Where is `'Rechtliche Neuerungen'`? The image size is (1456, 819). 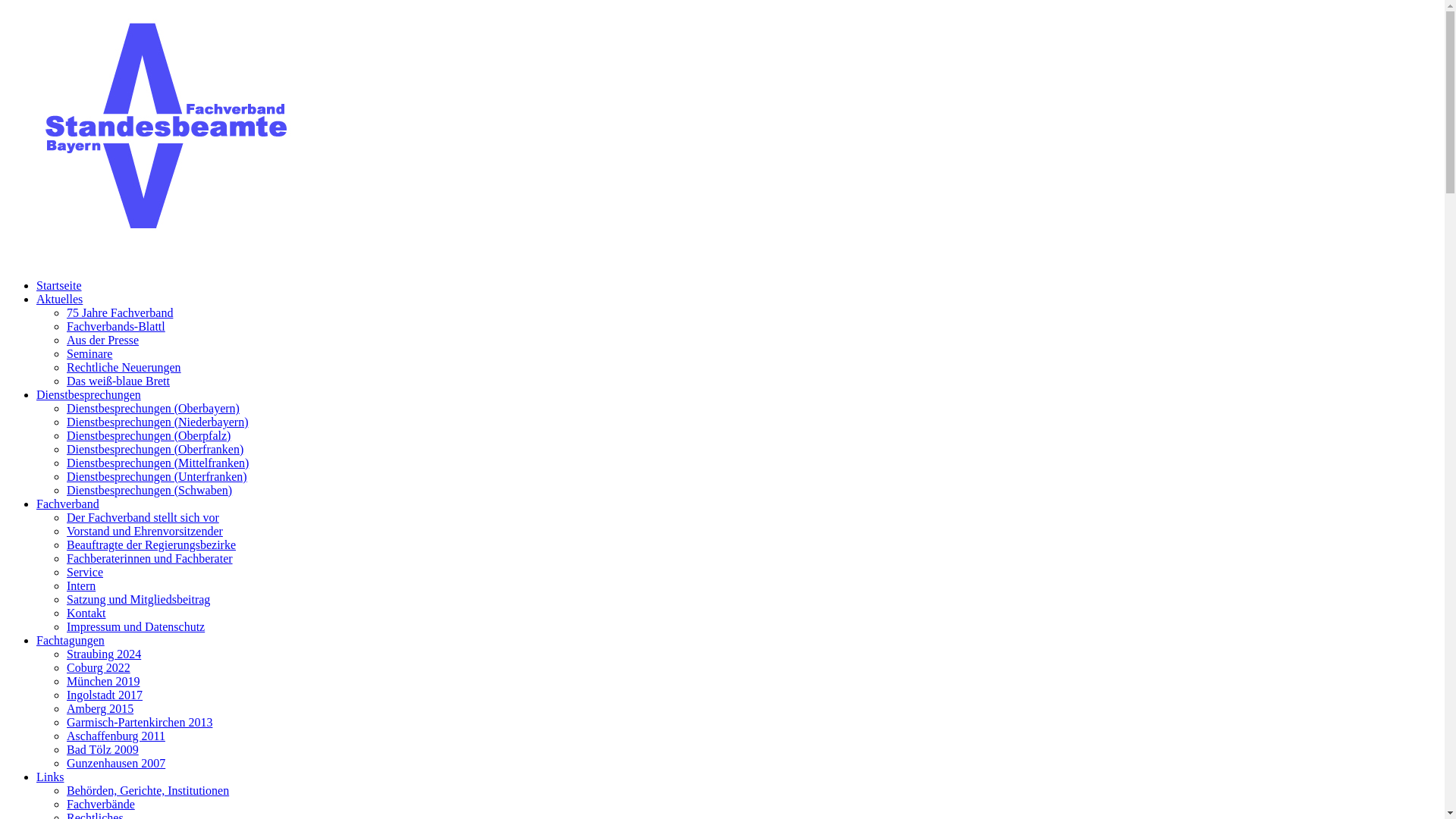 'Rechtliche Neuerungen' is located at coordinates (65, 367).